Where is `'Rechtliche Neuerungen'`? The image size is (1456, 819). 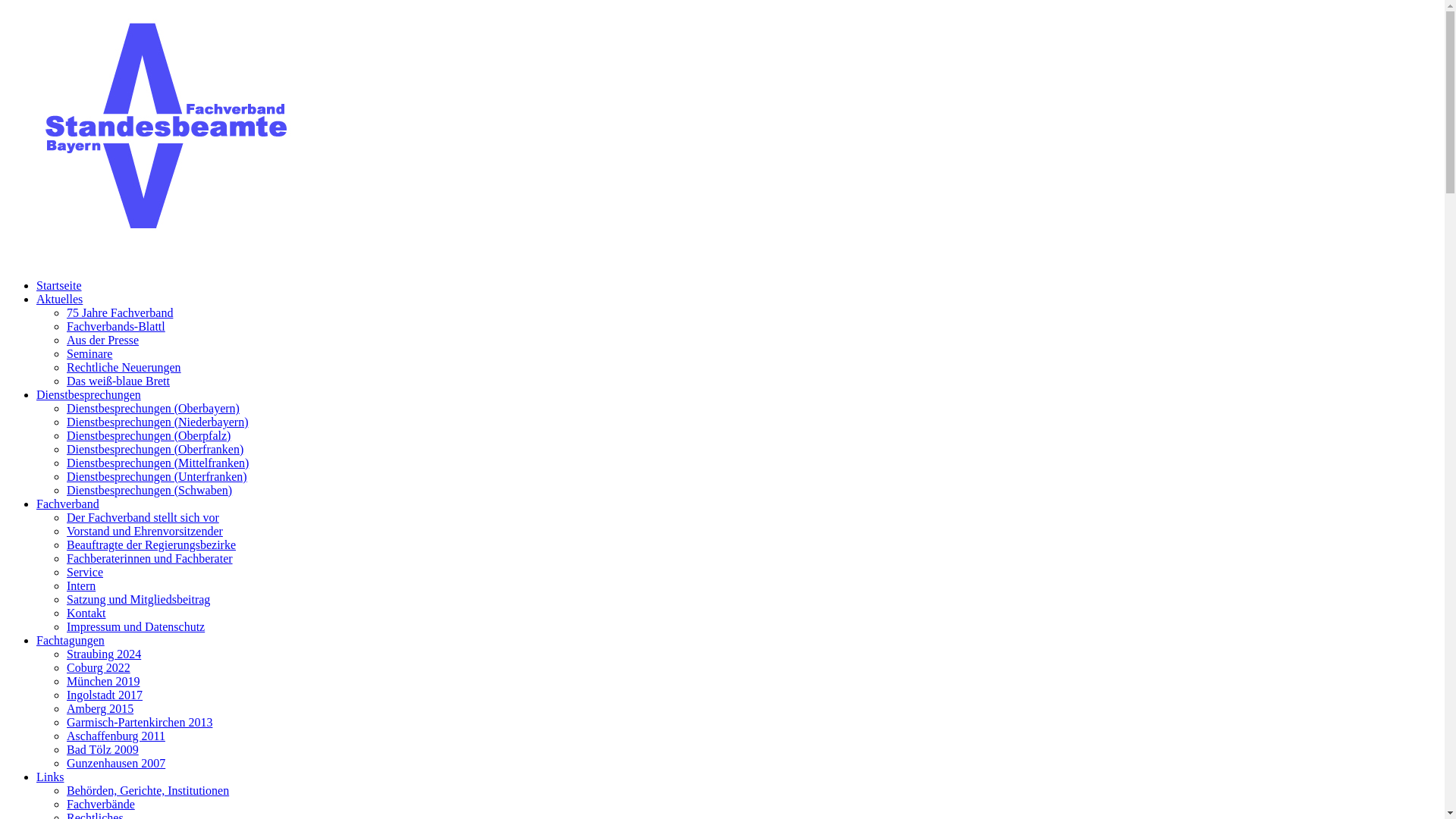 'Rechtliche Neuerungen' is located at coordinates (65, 367).